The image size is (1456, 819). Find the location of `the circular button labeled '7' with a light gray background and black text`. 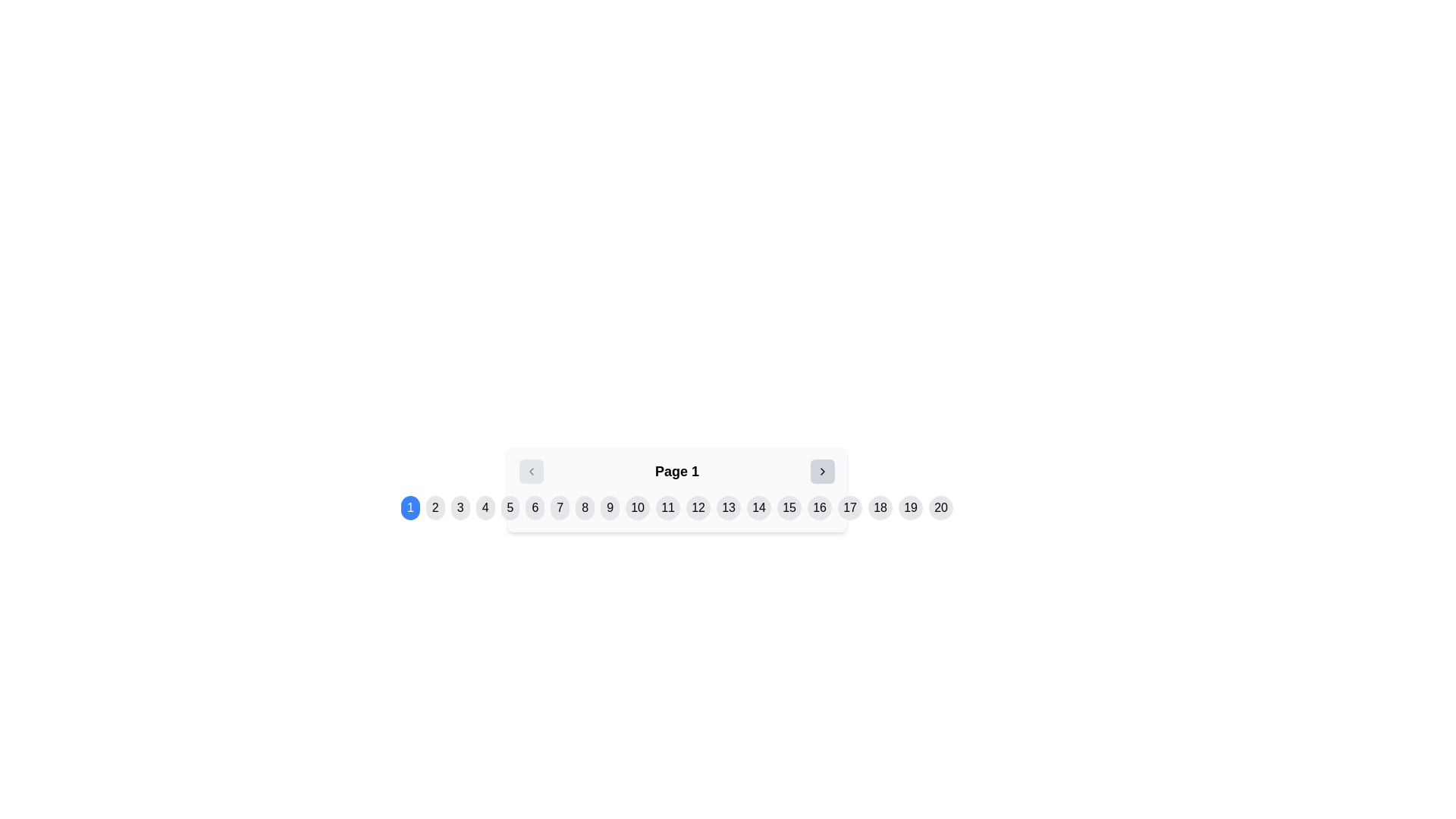

the circular button labeled '7' with a light gray background and black text is located at coordinates (559, 508).